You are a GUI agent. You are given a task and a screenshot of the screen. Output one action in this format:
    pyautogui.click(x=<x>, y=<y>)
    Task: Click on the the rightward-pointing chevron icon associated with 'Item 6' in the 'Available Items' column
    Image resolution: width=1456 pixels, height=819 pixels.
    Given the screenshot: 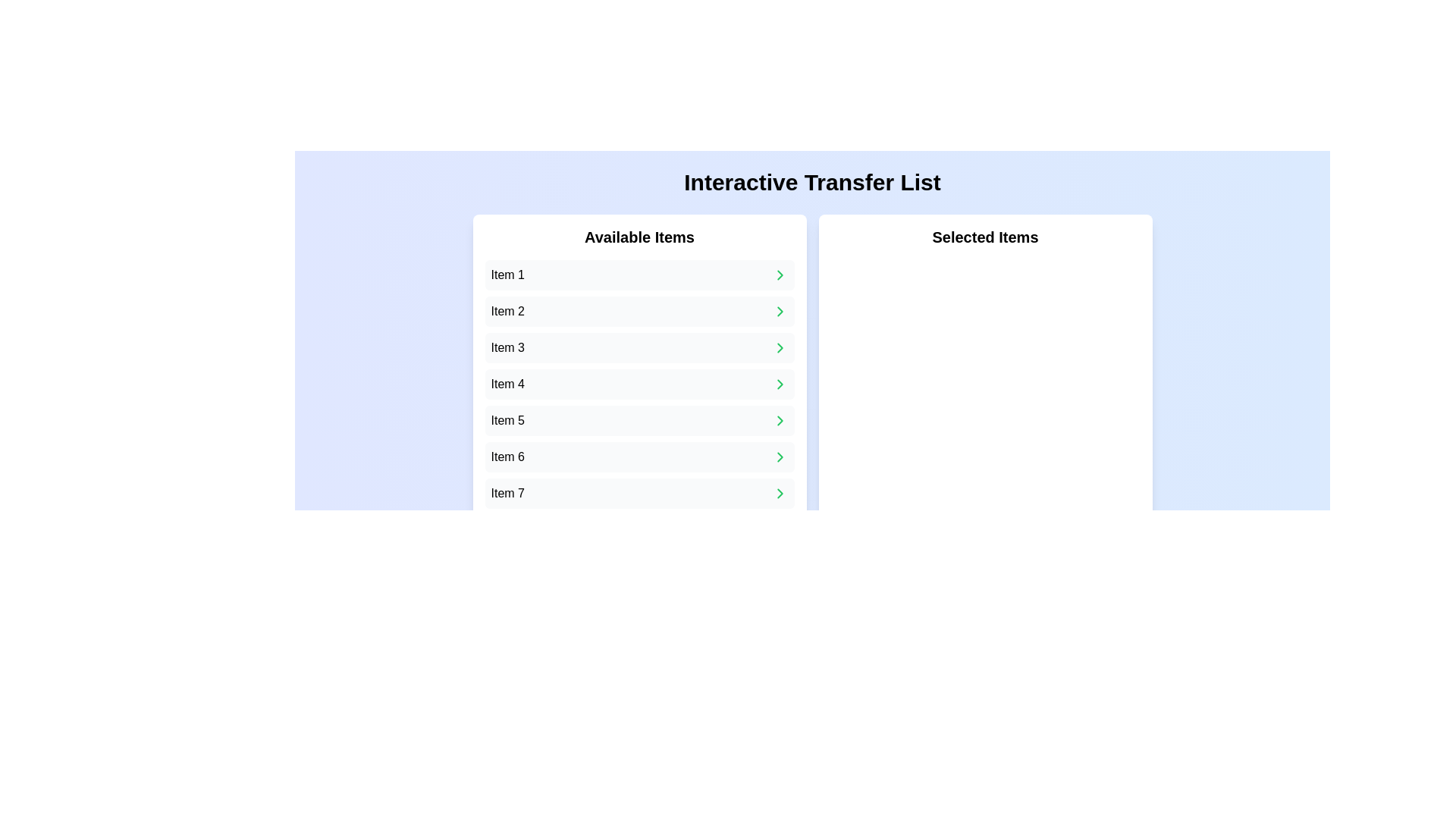 What is the action you would take?
    pyautogui.click(x=780, y=456)
    